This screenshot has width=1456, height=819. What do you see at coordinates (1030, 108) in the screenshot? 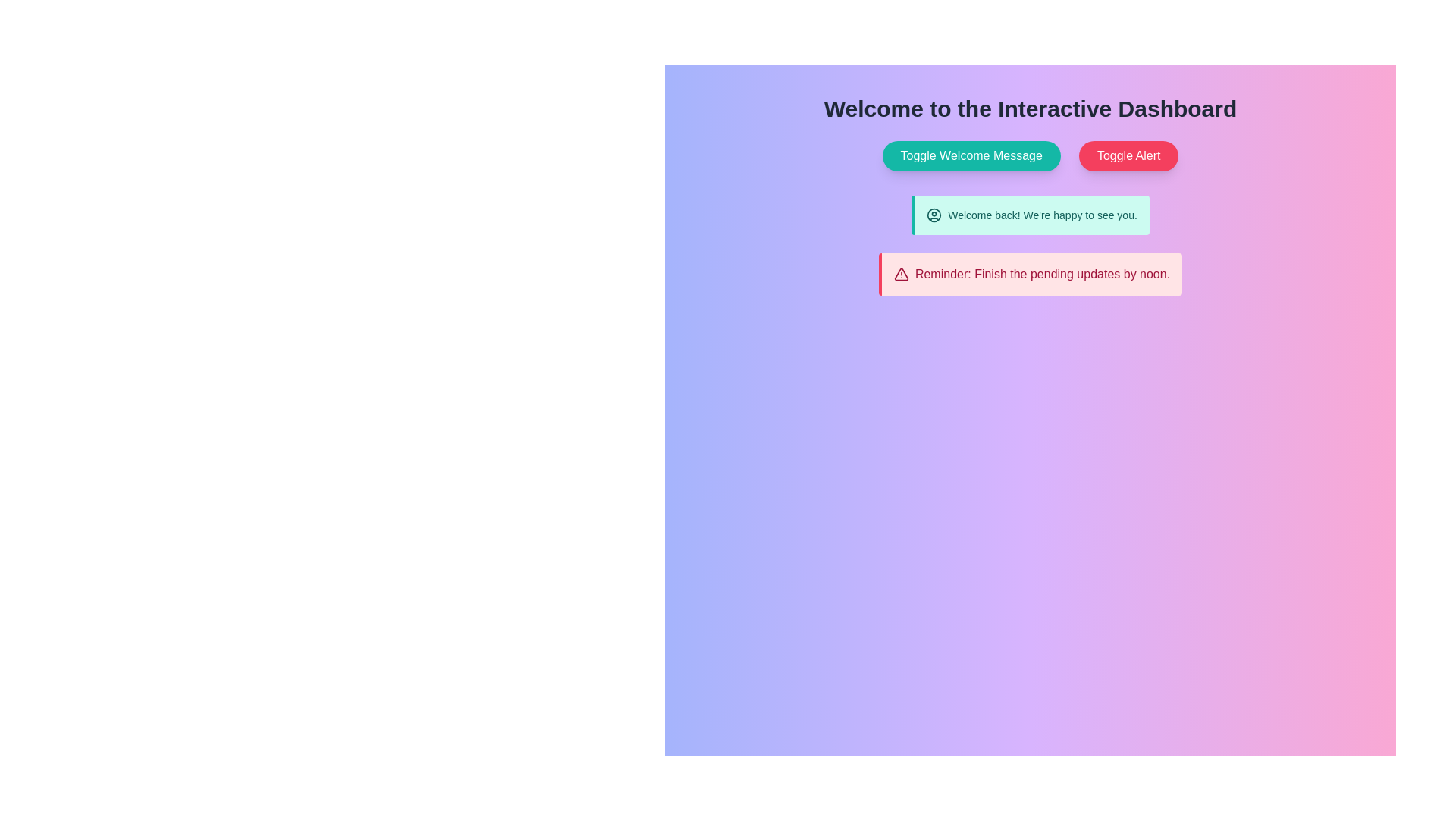
I see `text from the prominent header displaying 'Welcome to the Interactive Dashboard', which is styled with a large, bold font and positioned at the upper center of the interface` at bounding box center [1030, 108].